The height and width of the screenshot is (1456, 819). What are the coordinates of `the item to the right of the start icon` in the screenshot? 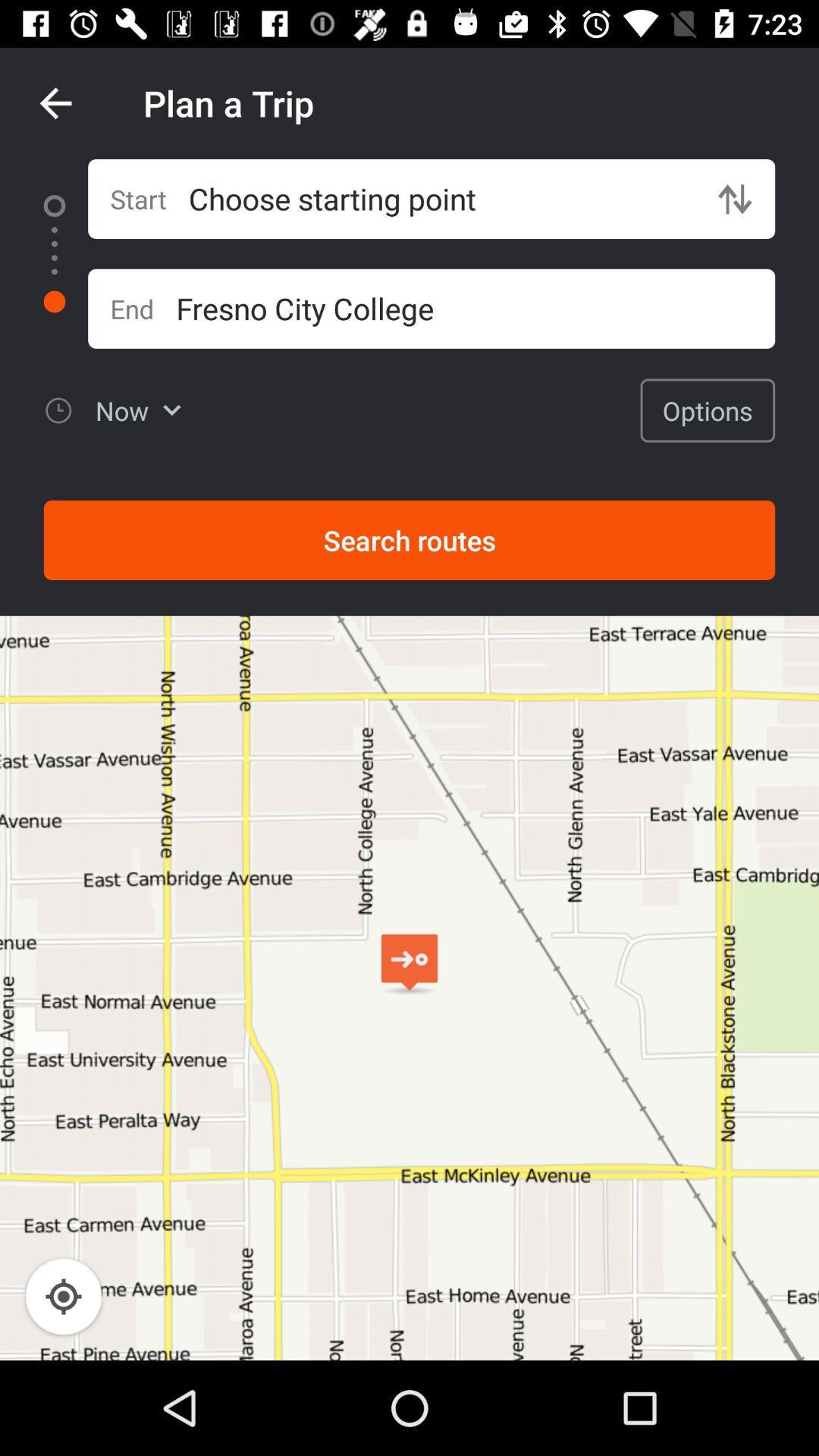 It's located at (441, 198).